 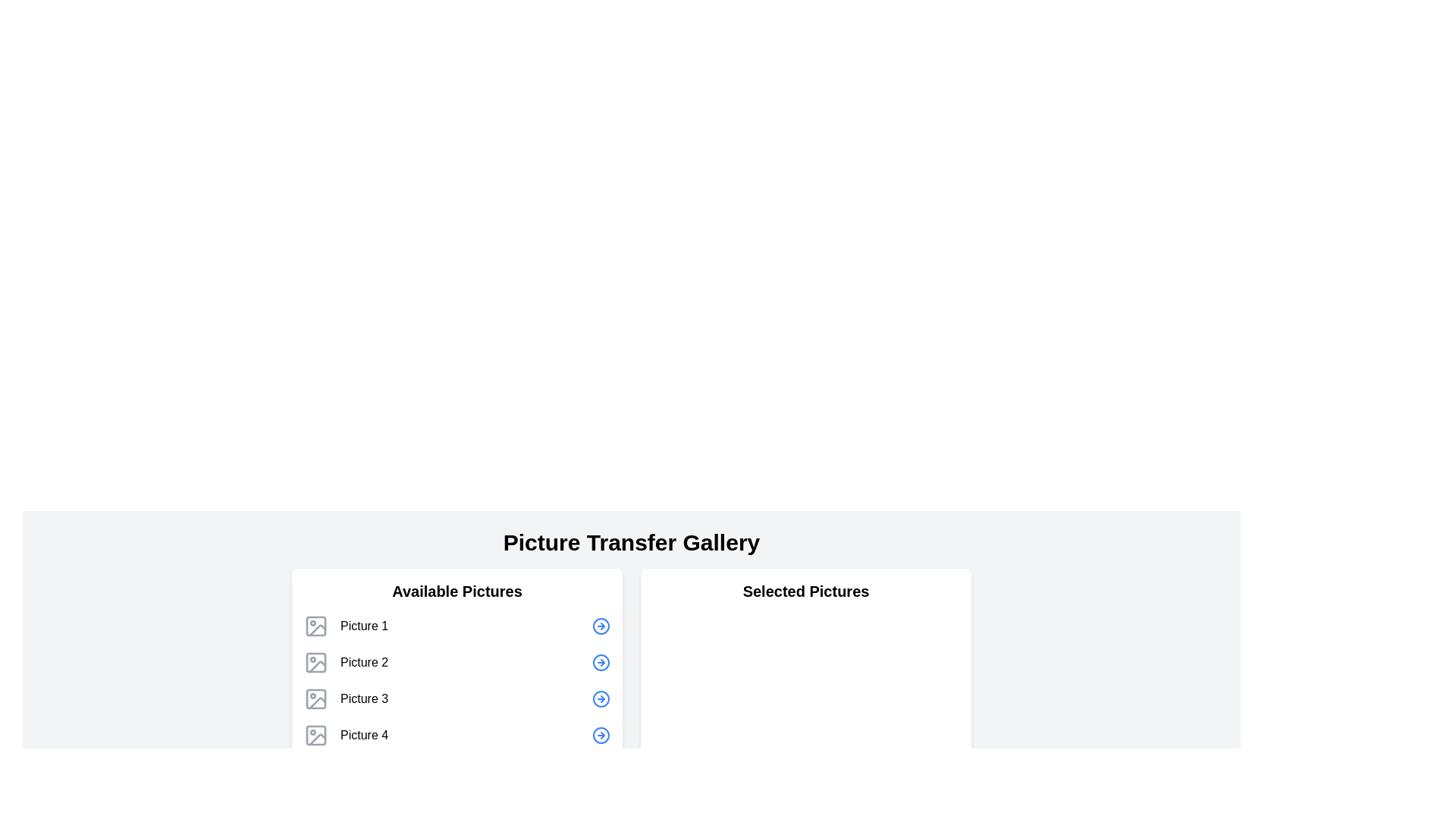 I want to click on the static label that reads 'Picture 2' in the left panel of the 'Picture Transfer Gallery' interface, so click(x=364, y=662).